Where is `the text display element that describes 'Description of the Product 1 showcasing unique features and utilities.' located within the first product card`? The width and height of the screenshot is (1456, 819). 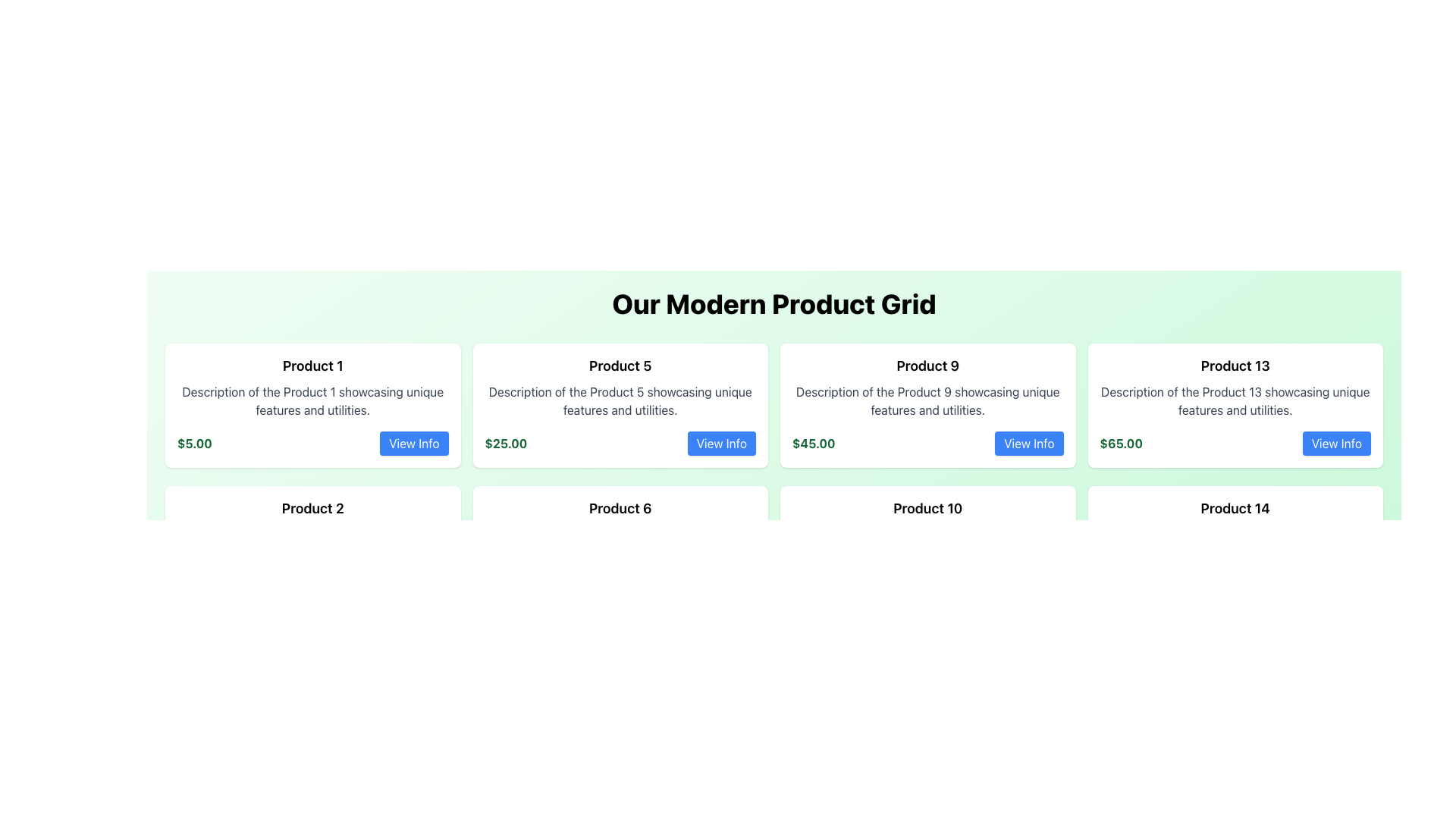
the text display element that describes 'Description of the Product 1 showcasing unique features and utilities.' located within the first product card is located at coordinates (312, 400).